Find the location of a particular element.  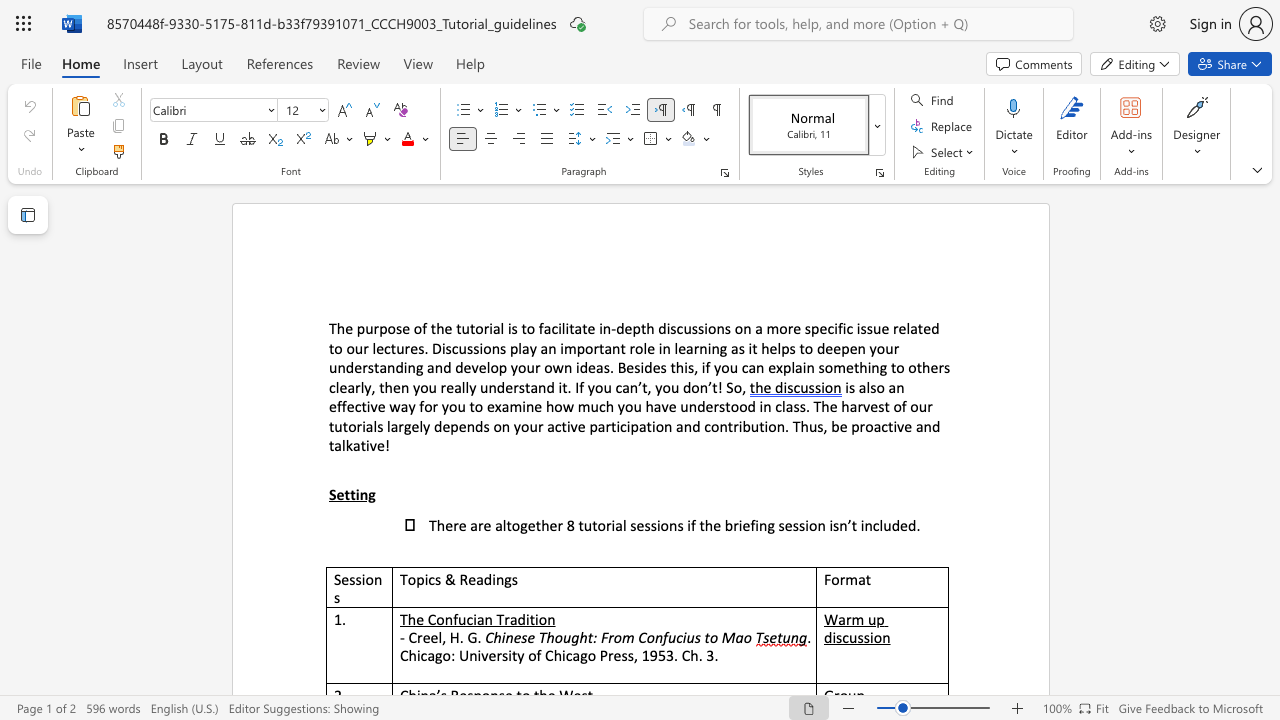

the subset text "Pres" within the text ". Chicago: University of Chicago Press, 1953. Ch. 3." is located at coordinates (598, 655).